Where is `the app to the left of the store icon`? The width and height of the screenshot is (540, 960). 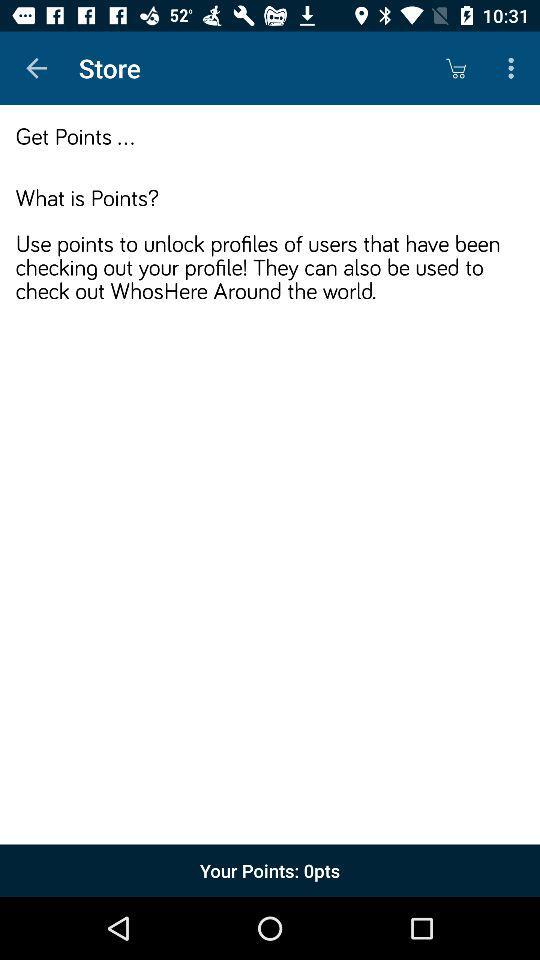
the app to the left of the store icon is located at coordinates (36, 68).